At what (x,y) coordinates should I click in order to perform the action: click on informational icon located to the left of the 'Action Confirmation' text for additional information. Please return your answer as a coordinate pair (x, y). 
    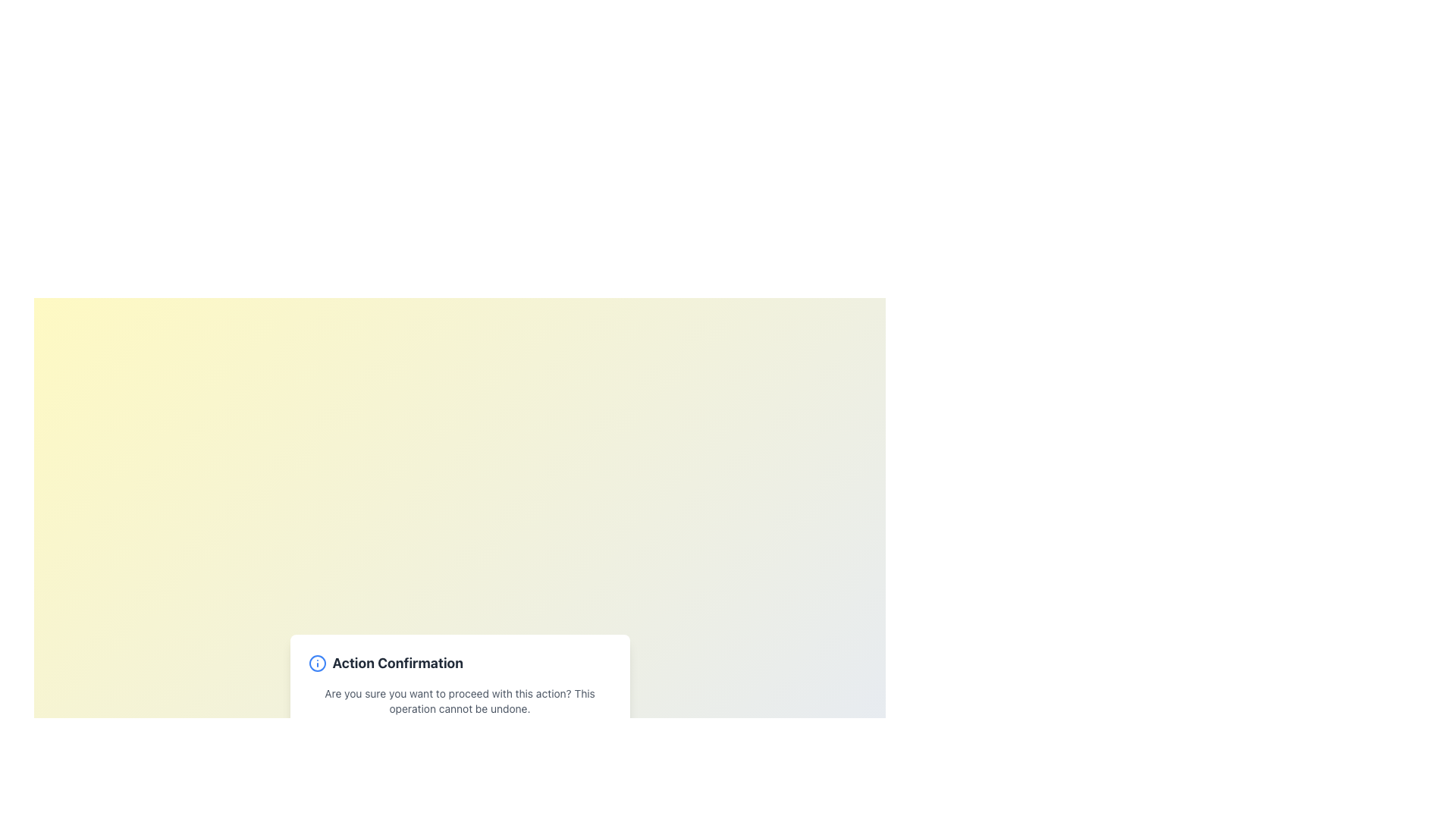
    Looking at the image, I should click on (316, 663).